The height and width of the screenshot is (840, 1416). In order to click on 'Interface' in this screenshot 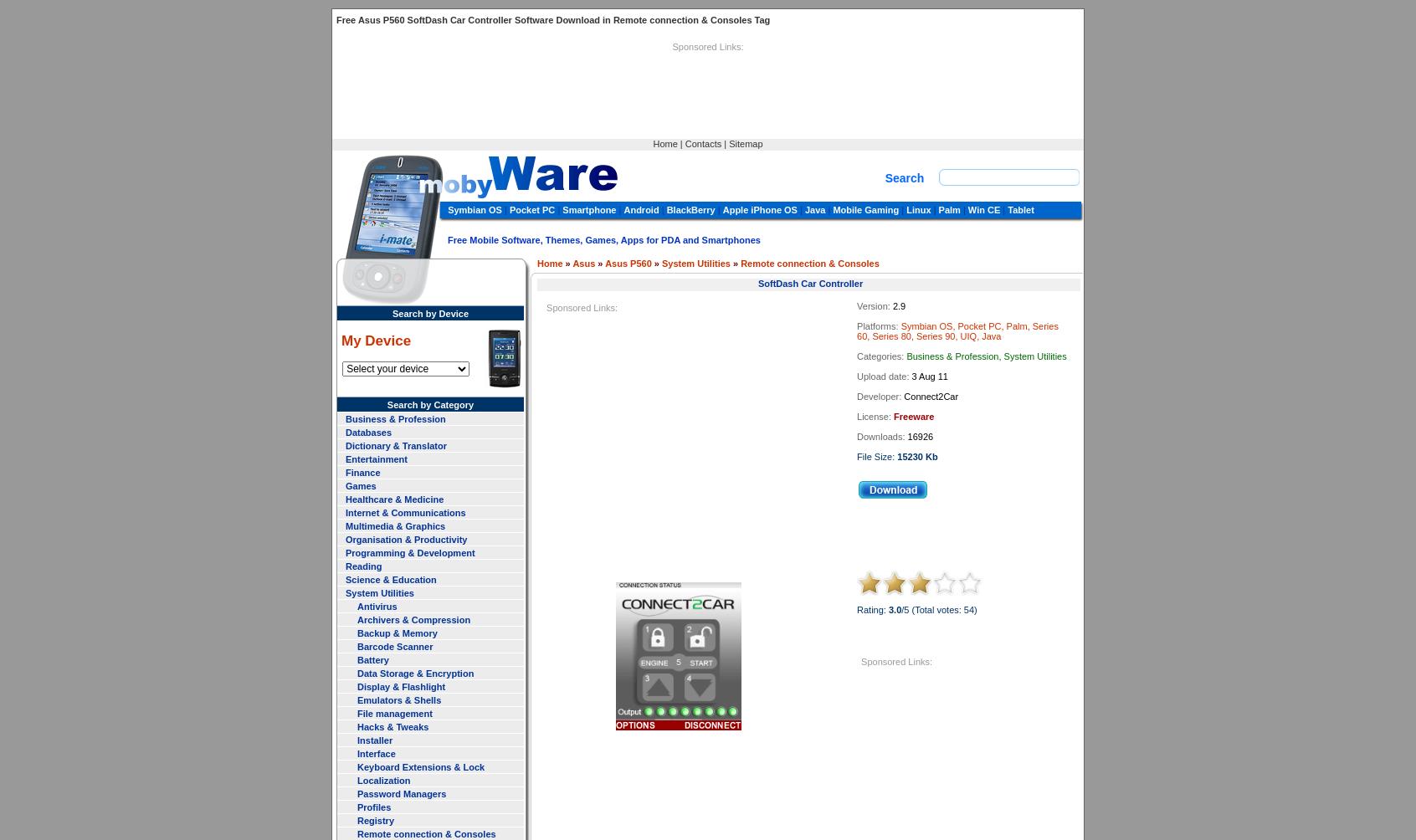, I will do `click(375, 751)`.